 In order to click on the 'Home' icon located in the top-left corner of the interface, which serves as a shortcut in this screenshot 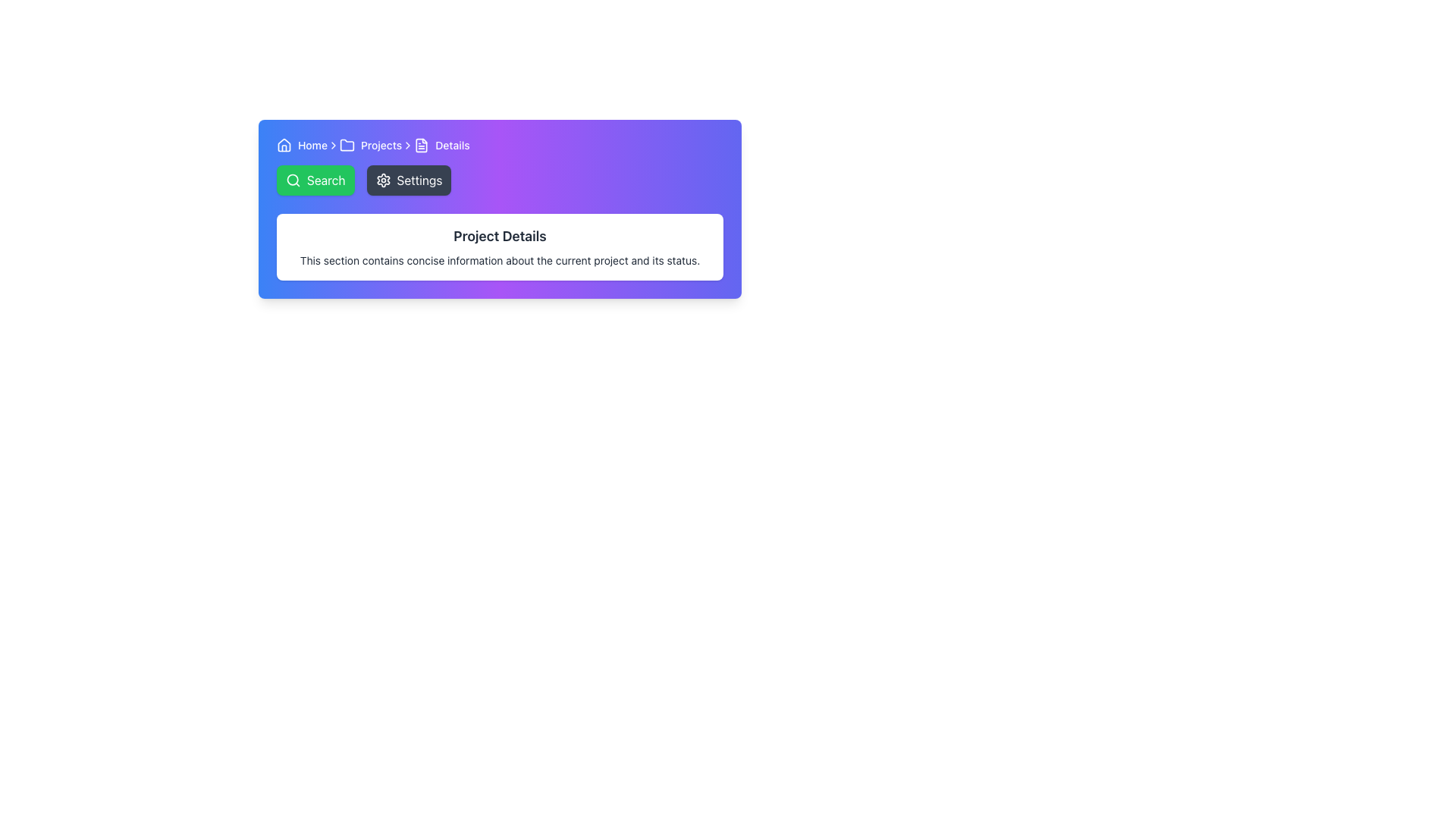, I will do `click(284, 146)`.